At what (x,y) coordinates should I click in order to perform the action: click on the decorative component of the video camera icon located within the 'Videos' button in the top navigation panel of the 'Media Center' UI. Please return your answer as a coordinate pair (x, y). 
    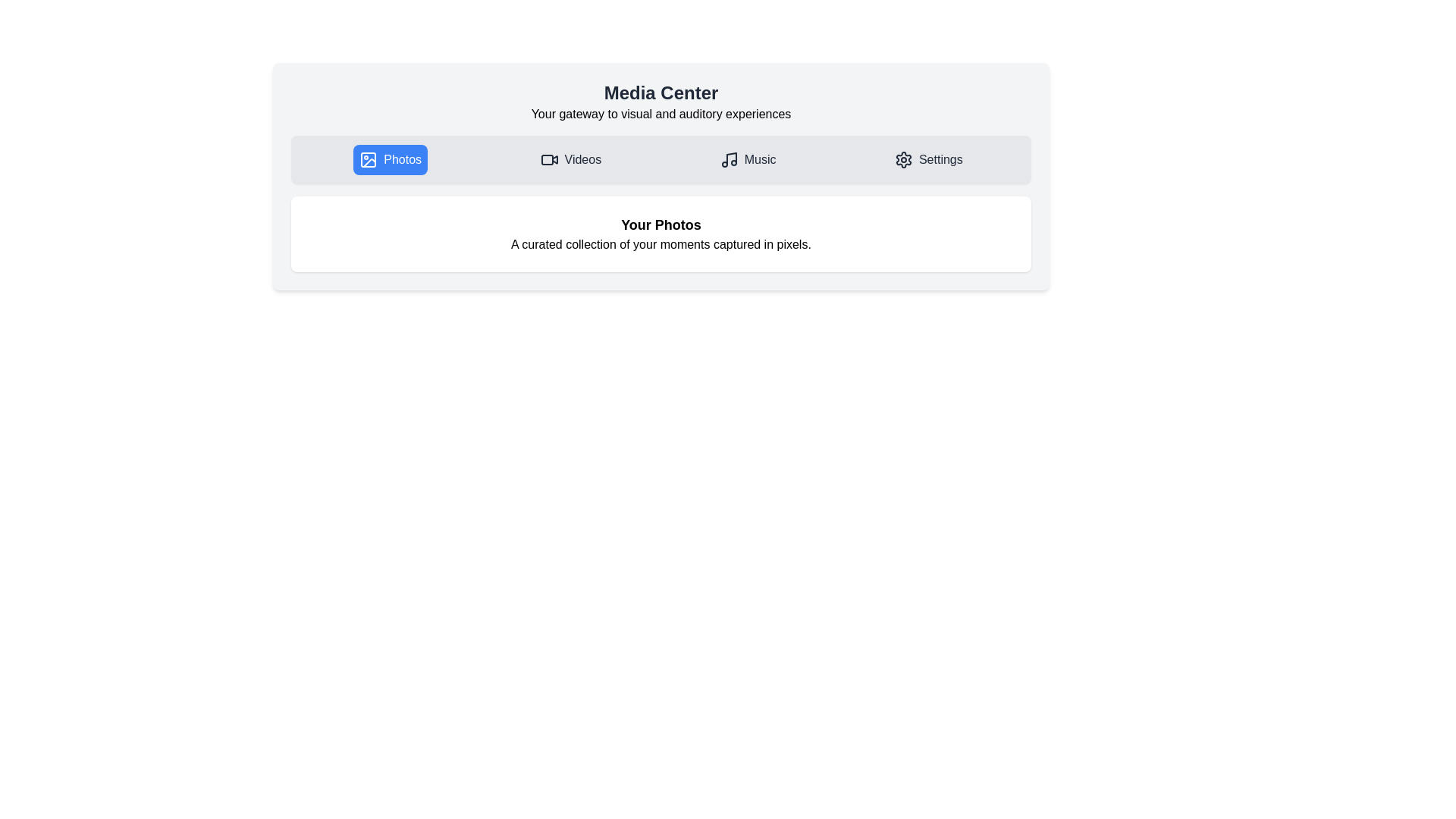
    Looking at the image, I should click on (546, 160).